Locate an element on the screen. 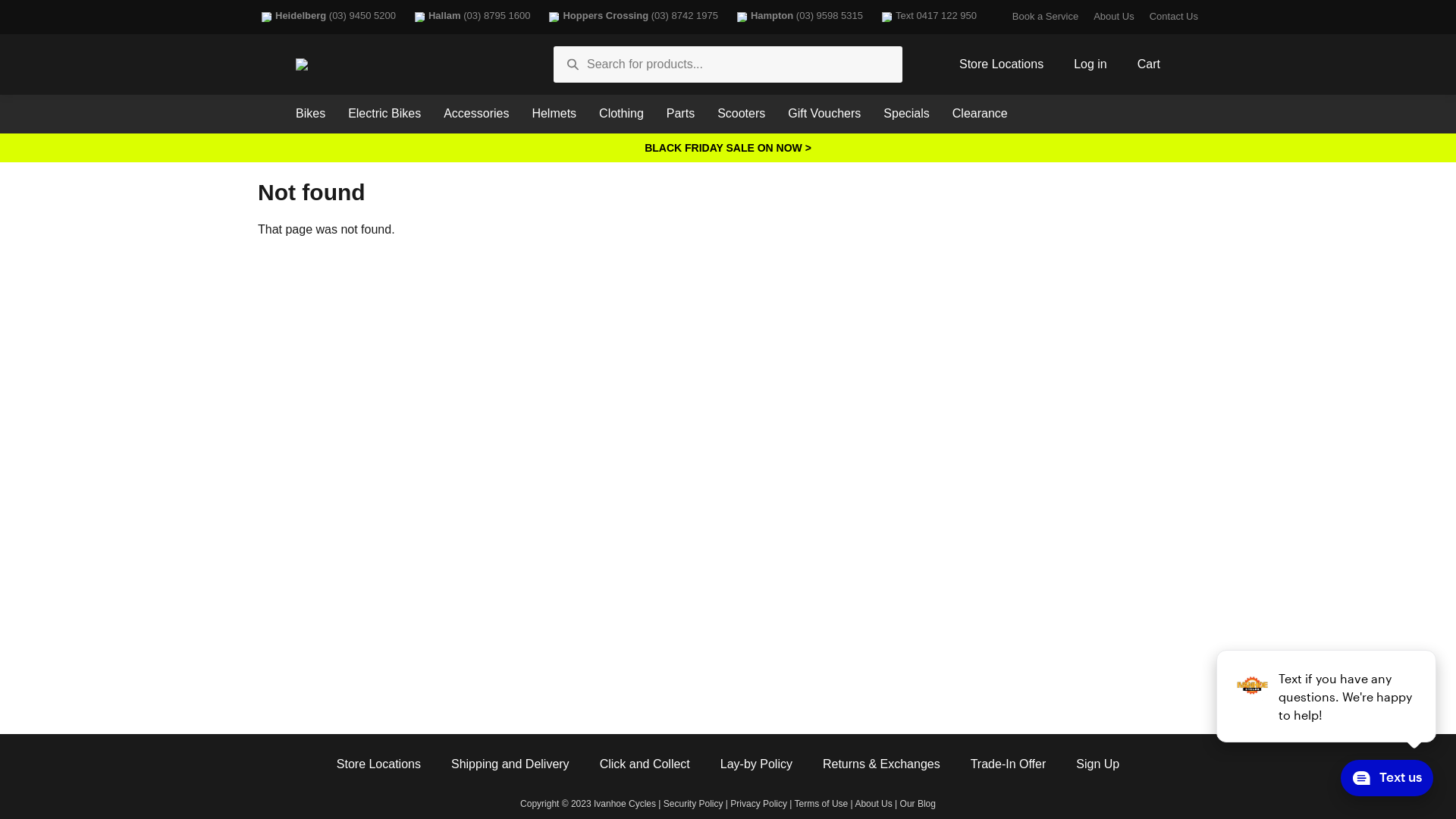 This screenshot has height=819, width=1456. 'Scooters' is located at coordinates (741, 113).